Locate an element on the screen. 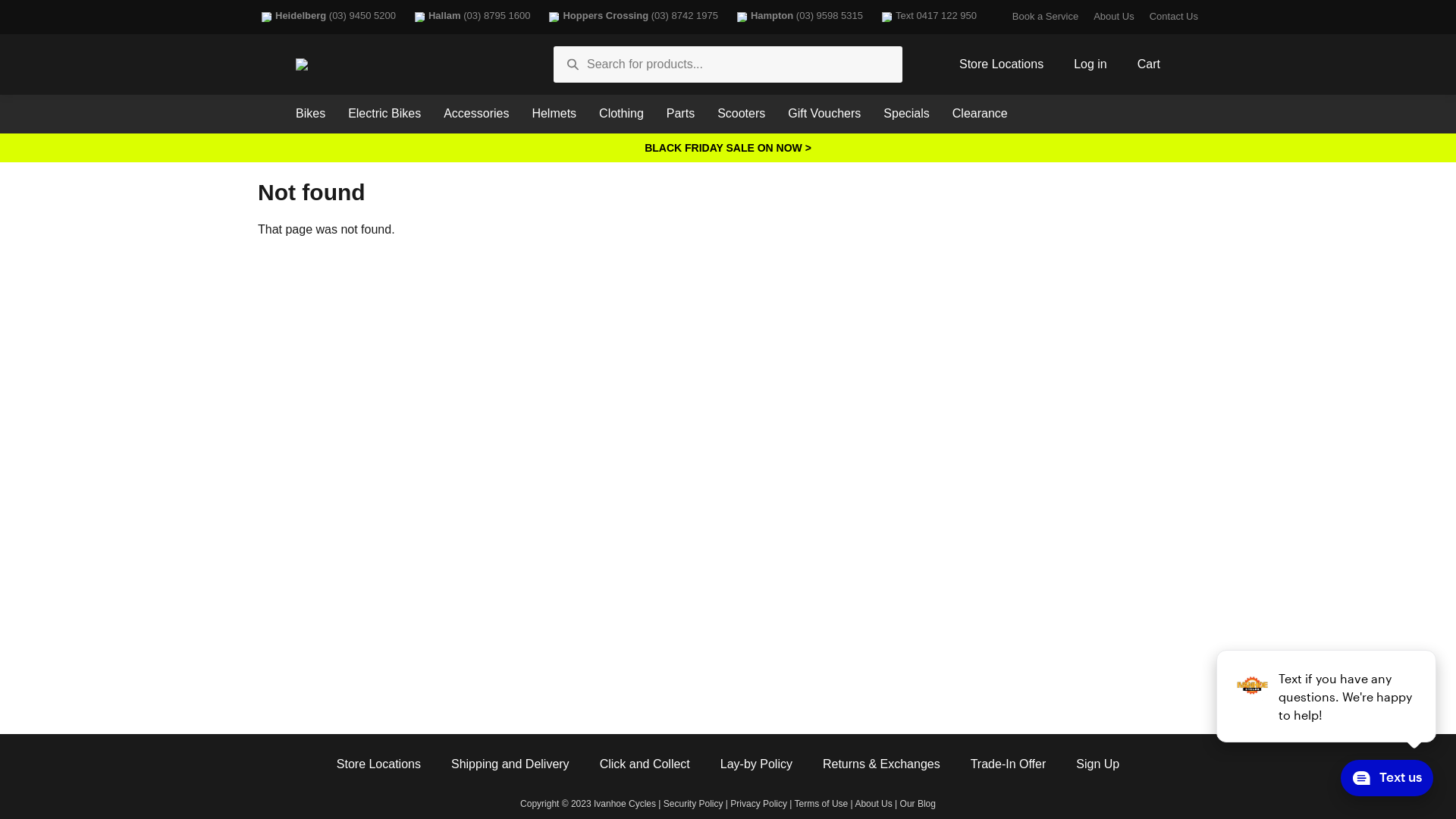 This screenshot has height=819, width=1456. 'Scooters' is located at coordinates (741, 113).